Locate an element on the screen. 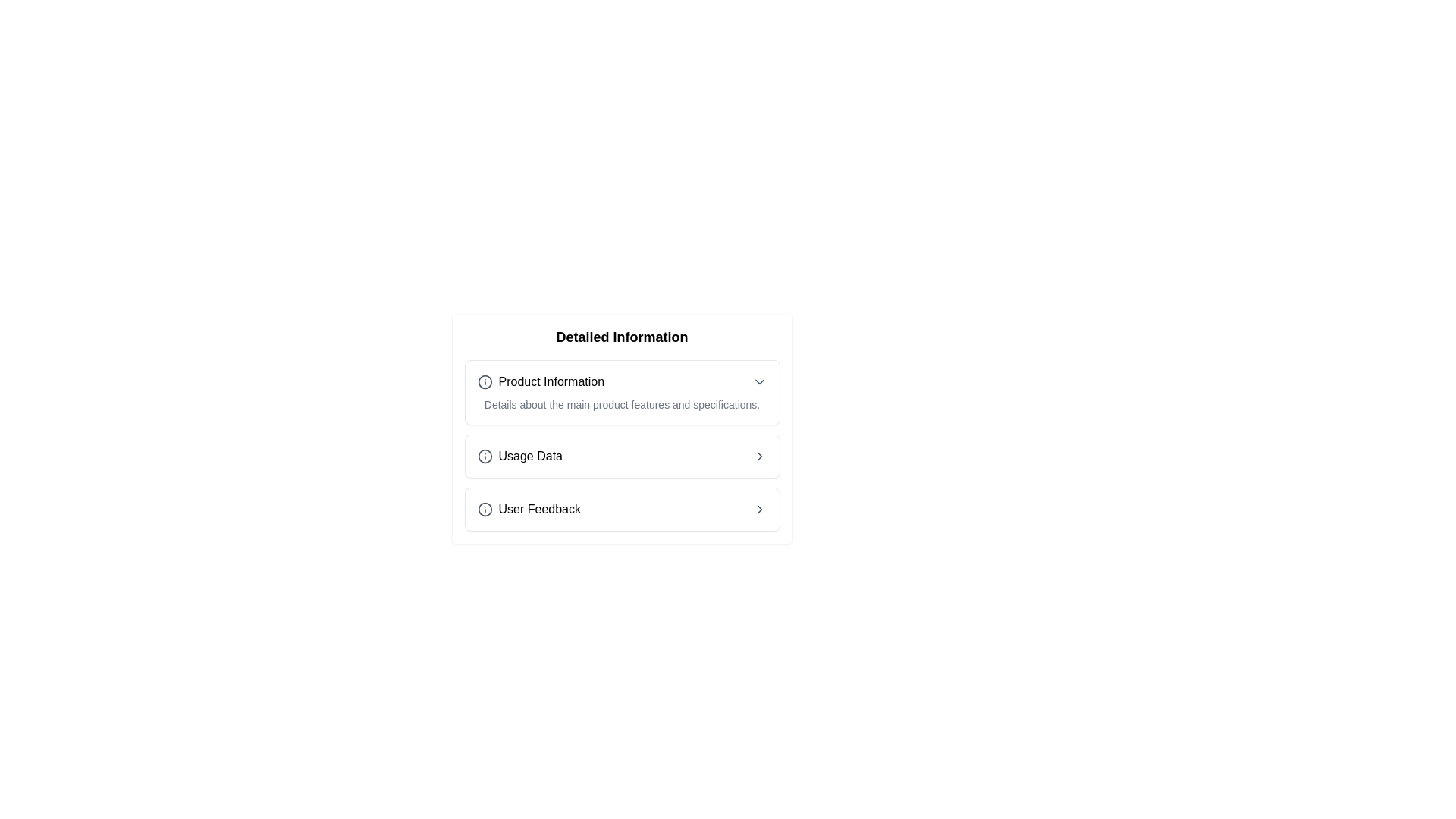 The width and height of the screenshot is (1456, 819). the circular SVG graphical element that is part of the icon next to the 'Product Information' text is located at coordinates (484, 455).